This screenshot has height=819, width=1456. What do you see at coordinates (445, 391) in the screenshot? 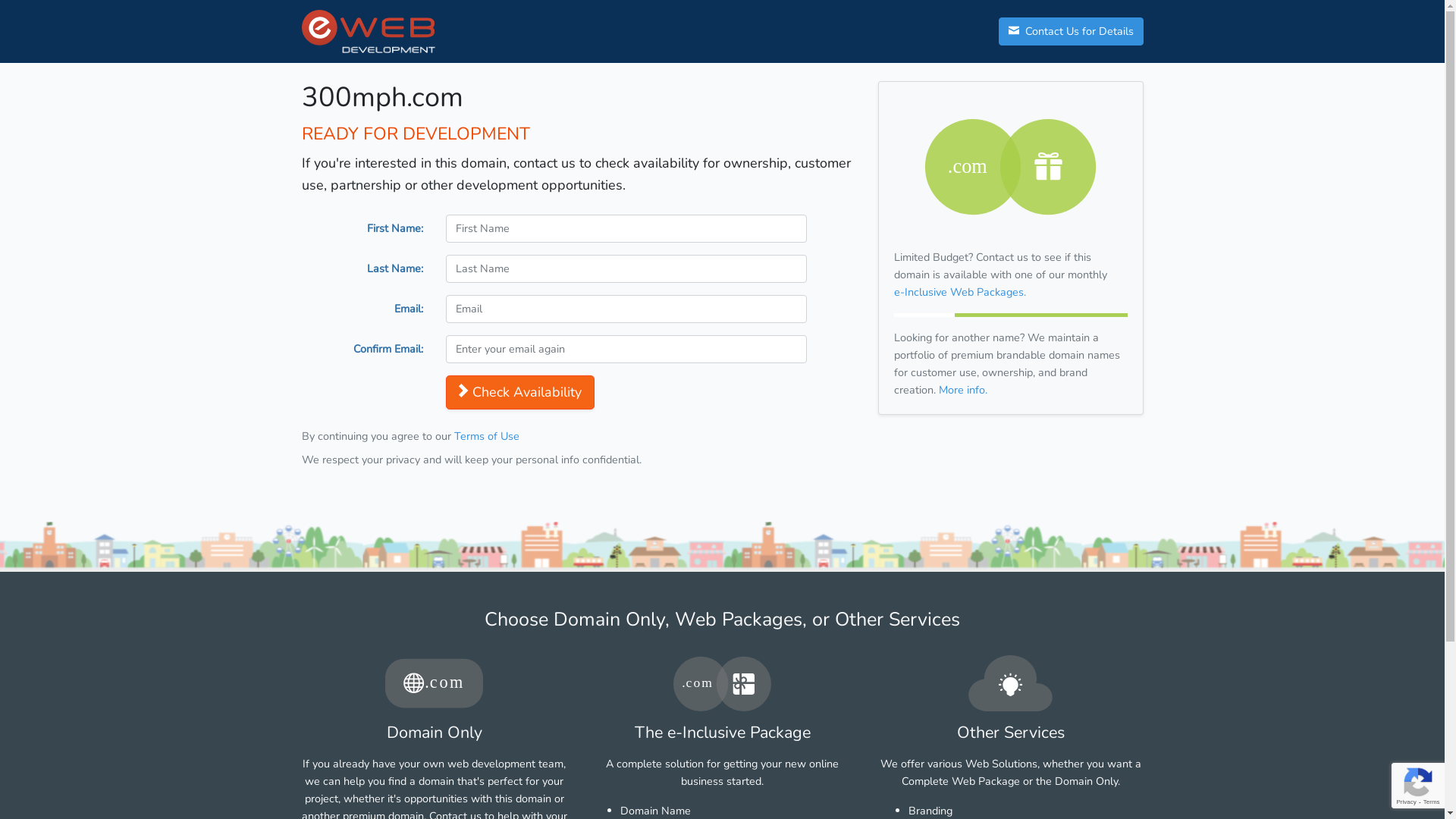
I see `'Check Availability'` at bounding box center [445, 391].